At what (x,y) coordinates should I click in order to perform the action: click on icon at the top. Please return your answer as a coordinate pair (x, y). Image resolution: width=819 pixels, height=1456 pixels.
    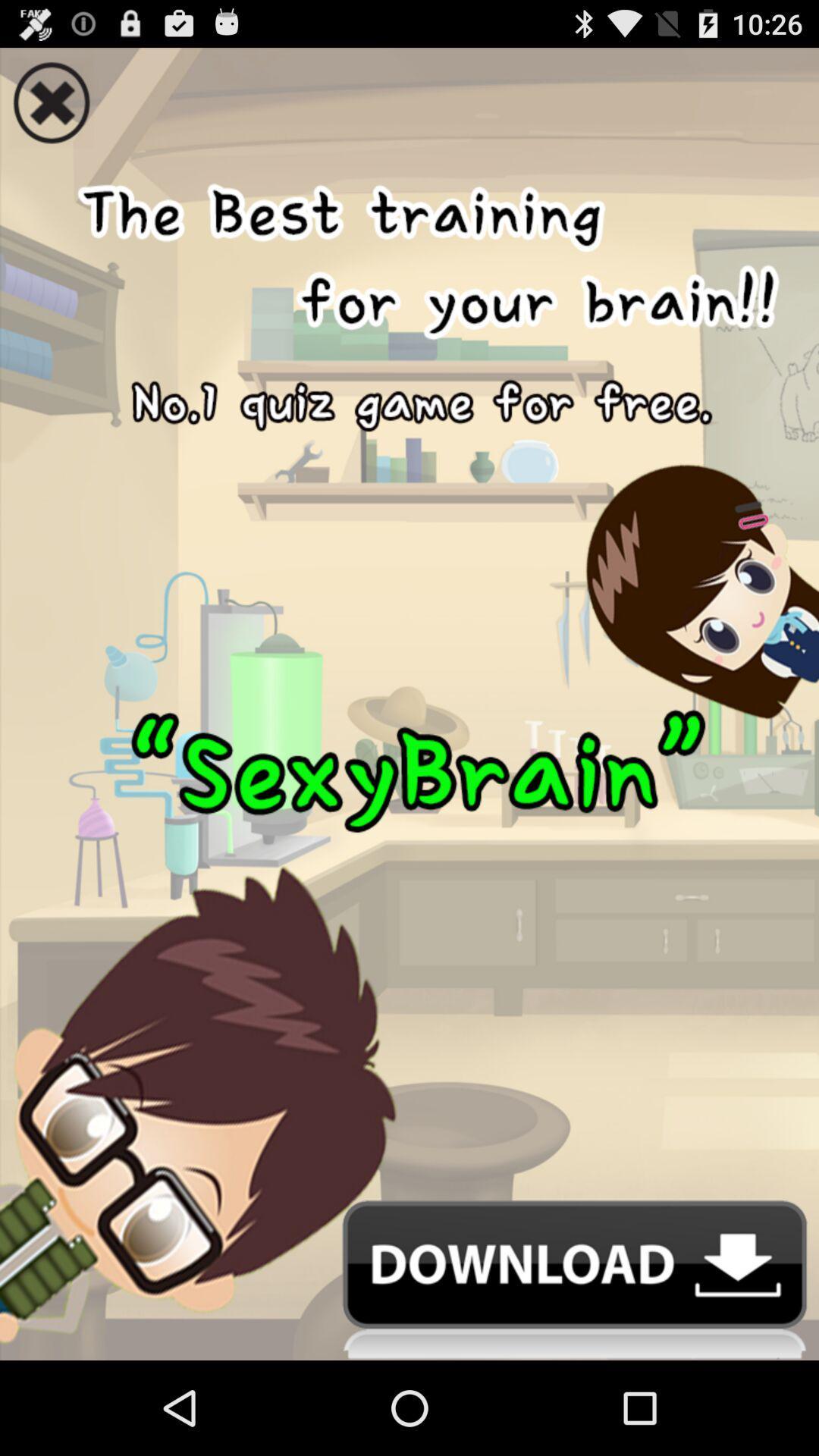
    Looking at the image, I should click on (409, 97).